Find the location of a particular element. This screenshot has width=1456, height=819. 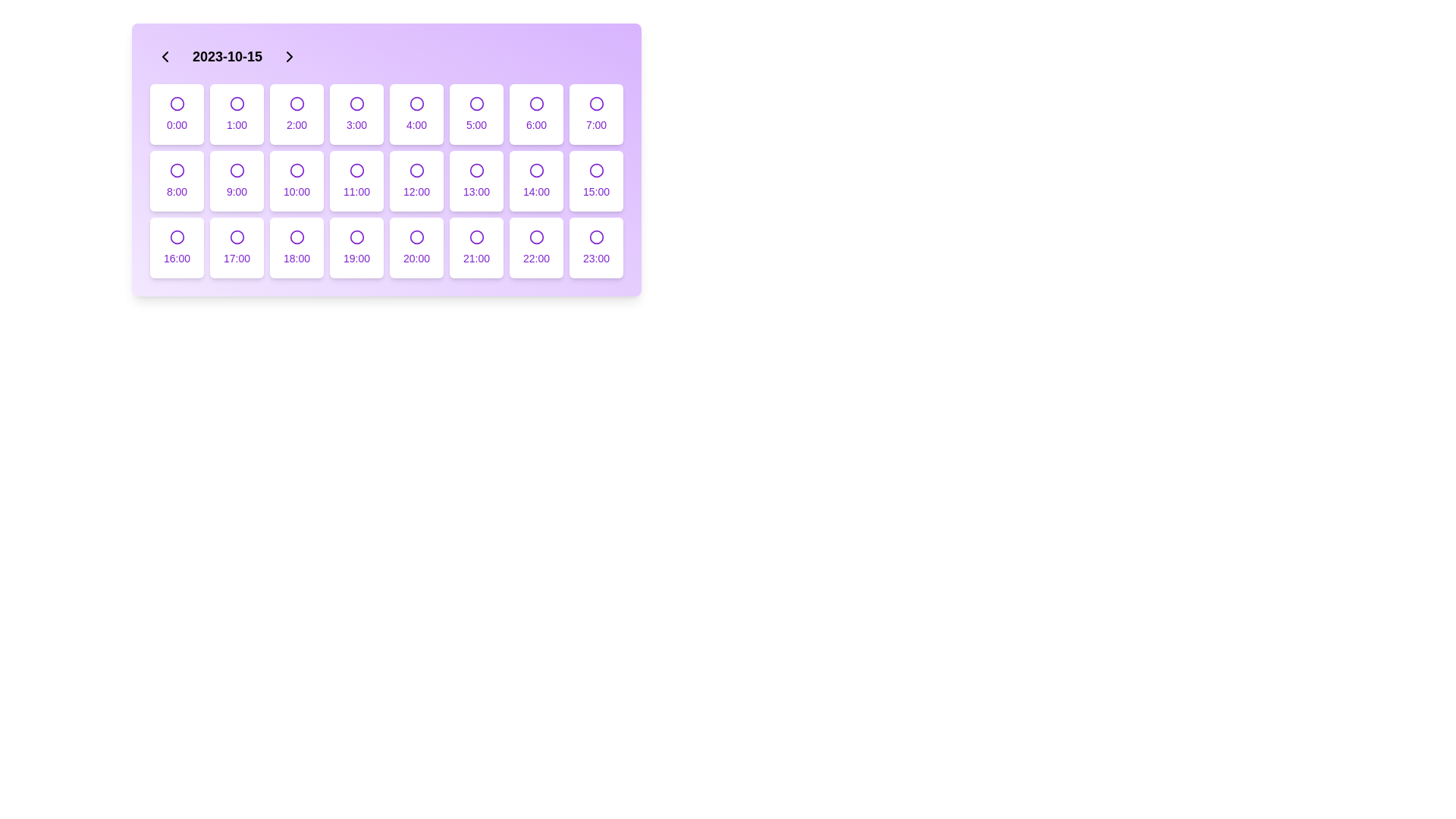

the time slot selection button located in the second row and third column of the grid is located at coordinates (297, 180).